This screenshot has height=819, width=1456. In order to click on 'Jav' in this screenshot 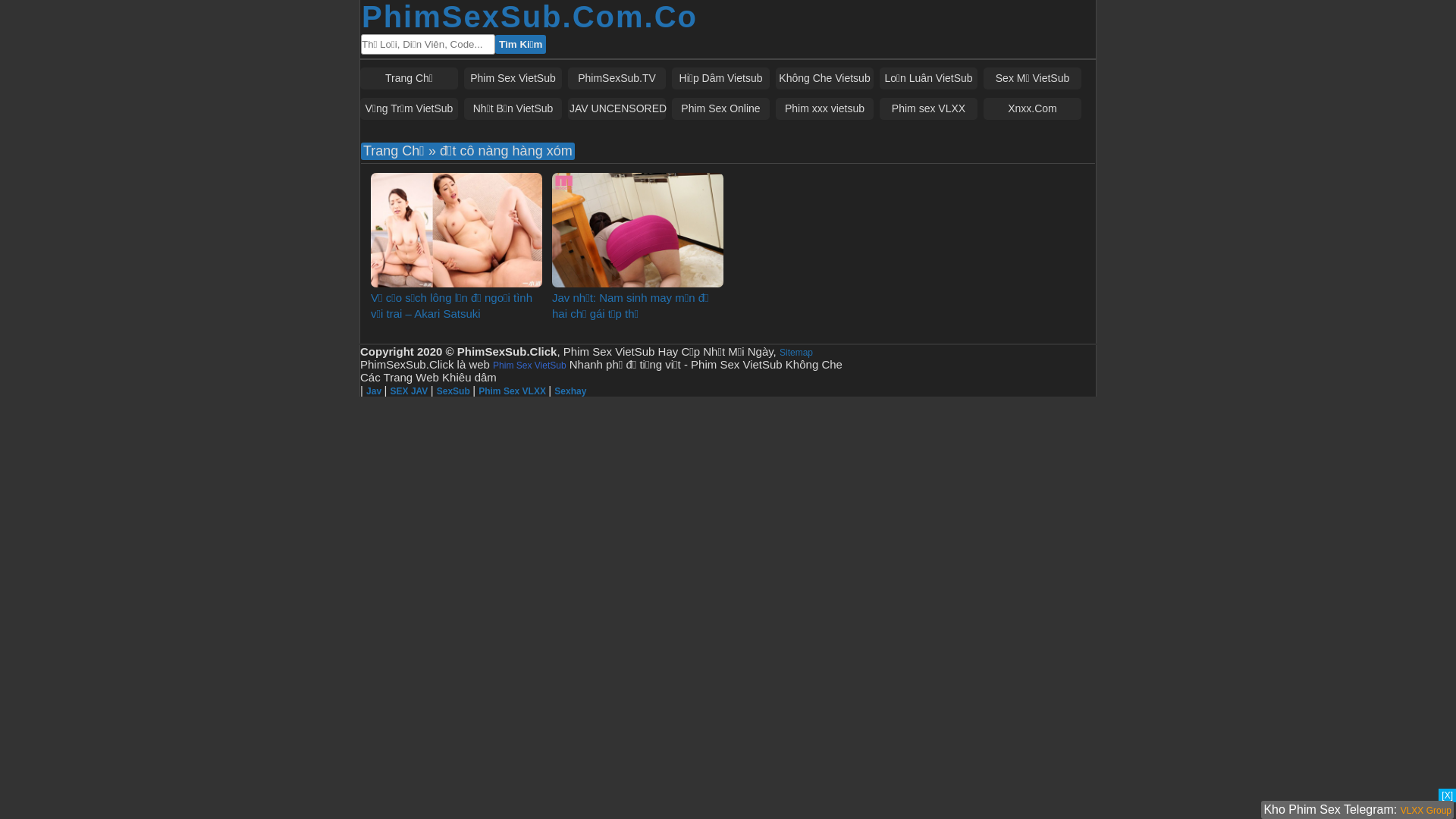, I will do `click(375, 391)`.